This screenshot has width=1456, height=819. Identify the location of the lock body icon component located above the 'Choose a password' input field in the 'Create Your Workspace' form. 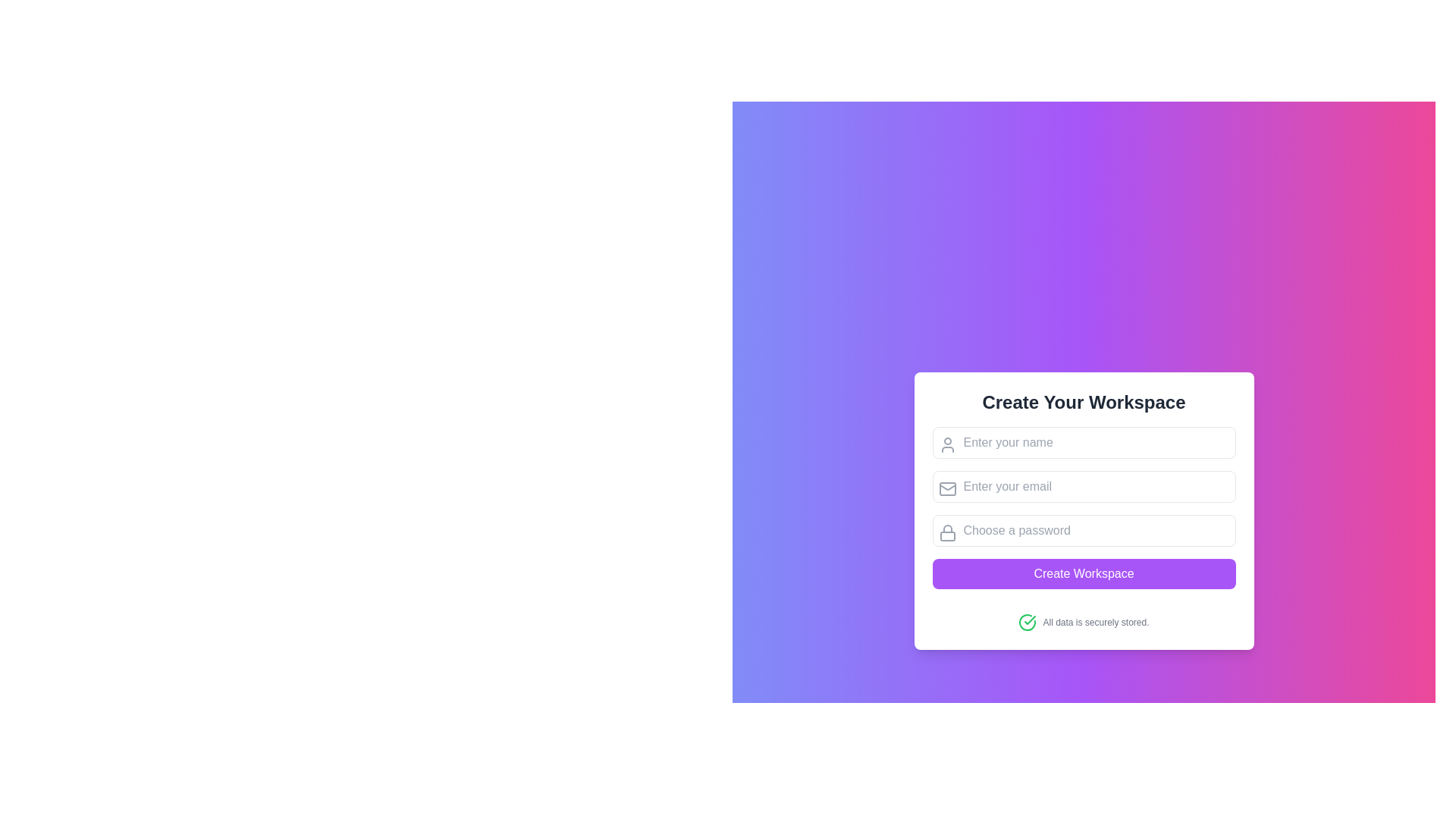
(946, 535).